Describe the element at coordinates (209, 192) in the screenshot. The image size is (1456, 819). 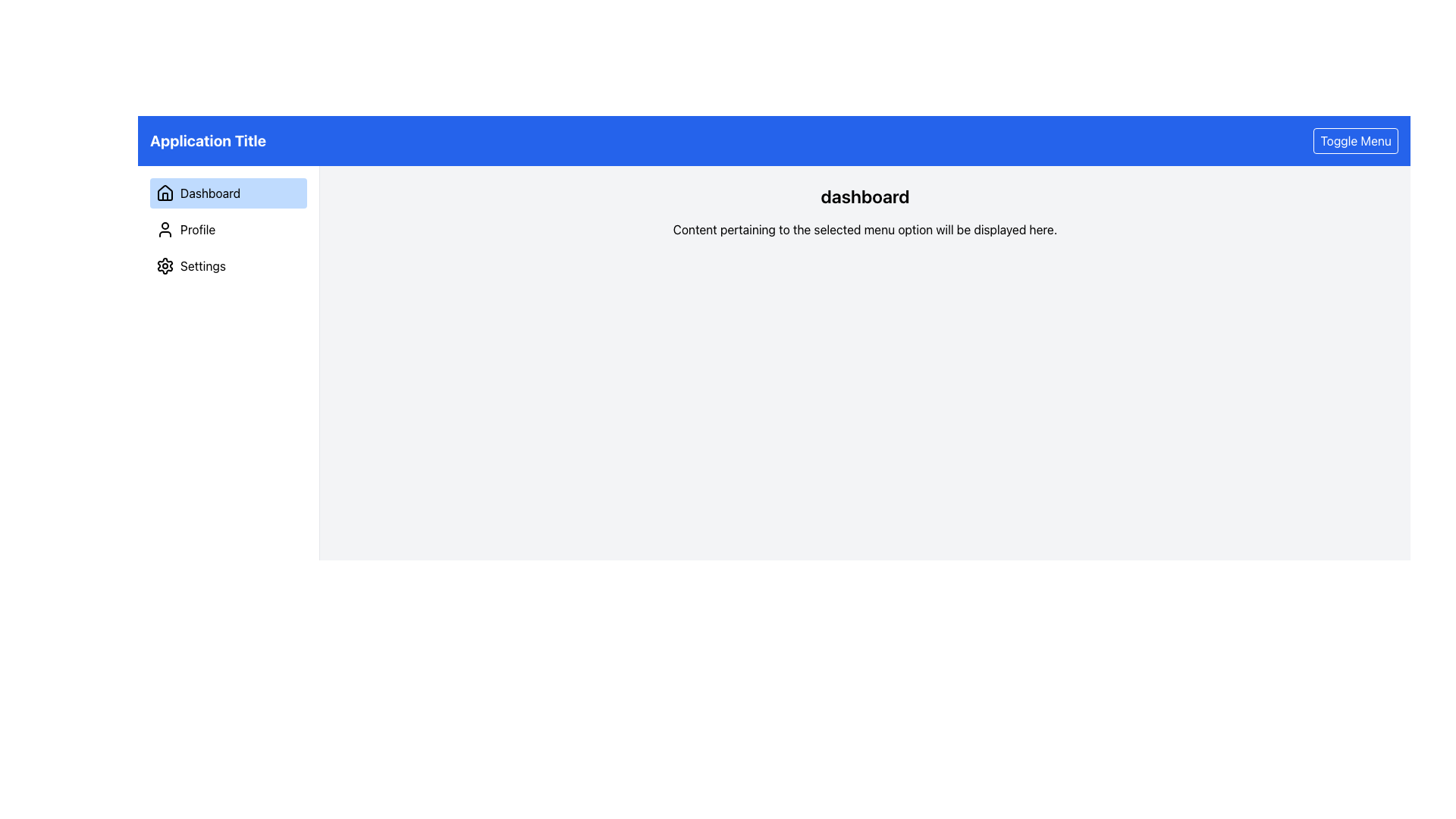
I see `the 'Dashboard' text label which indicates its active state in the left side menu, positioned to the right of the house-shaped icon` at that location.